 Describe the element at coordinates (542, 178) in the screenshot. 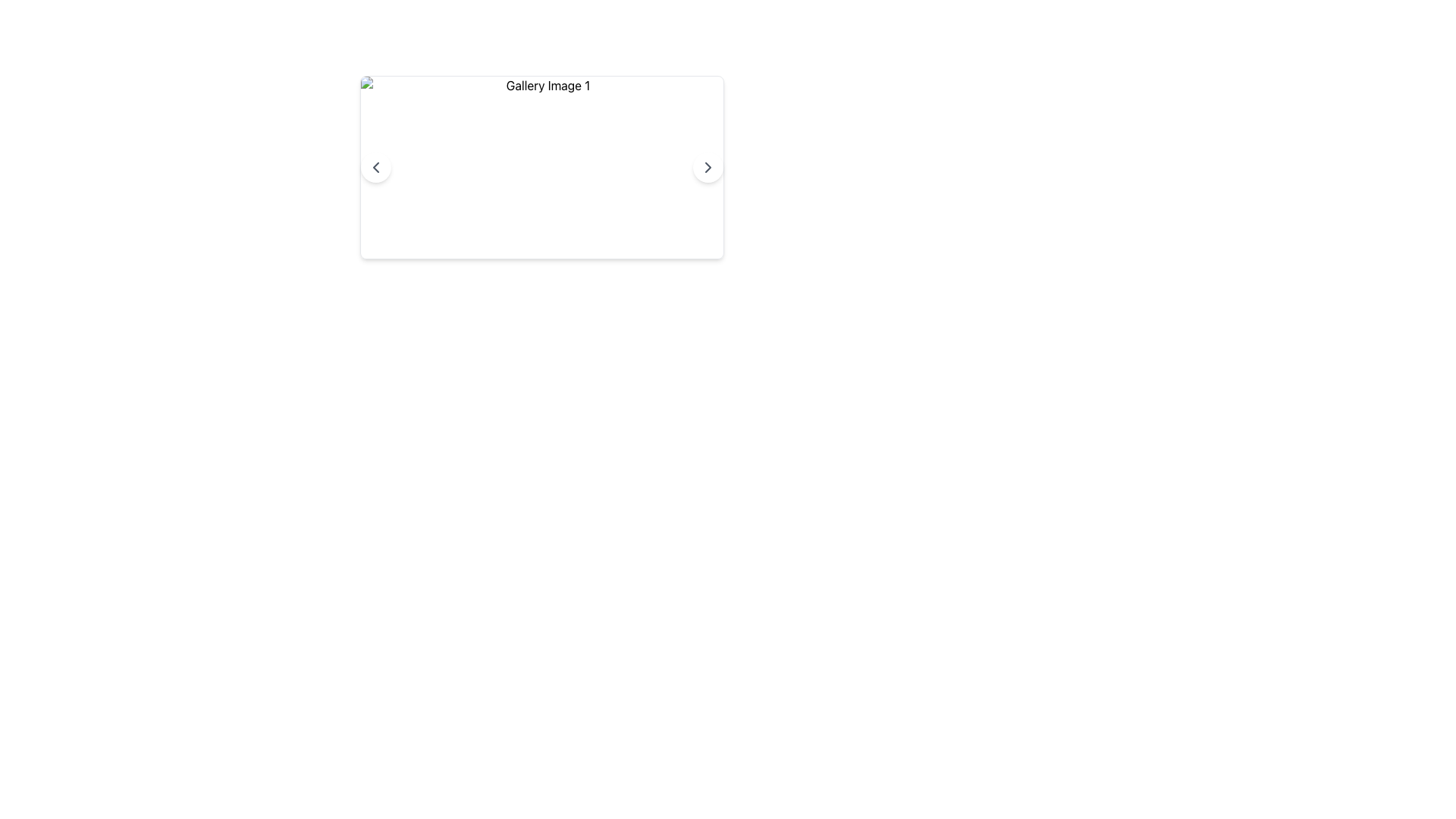

I see `the dot indicator below the Image gallery viewer to change the displayed image titled 'Gallery Image 1'` at that location.